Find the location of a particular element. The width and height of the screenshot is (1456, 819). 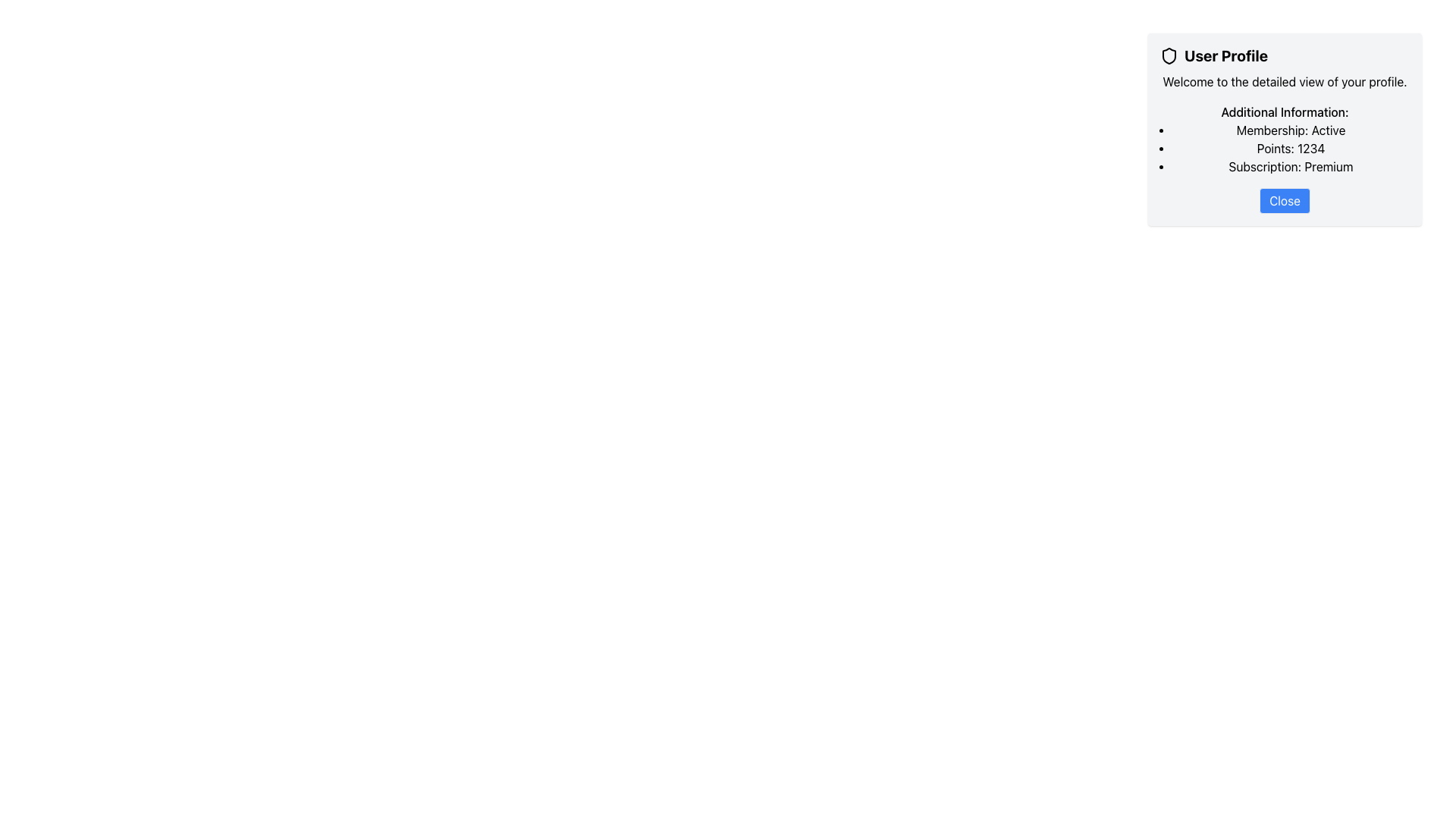

the 'Close' button at the bottom of the 'User Profile' card is located at coordinates (1284, 200).